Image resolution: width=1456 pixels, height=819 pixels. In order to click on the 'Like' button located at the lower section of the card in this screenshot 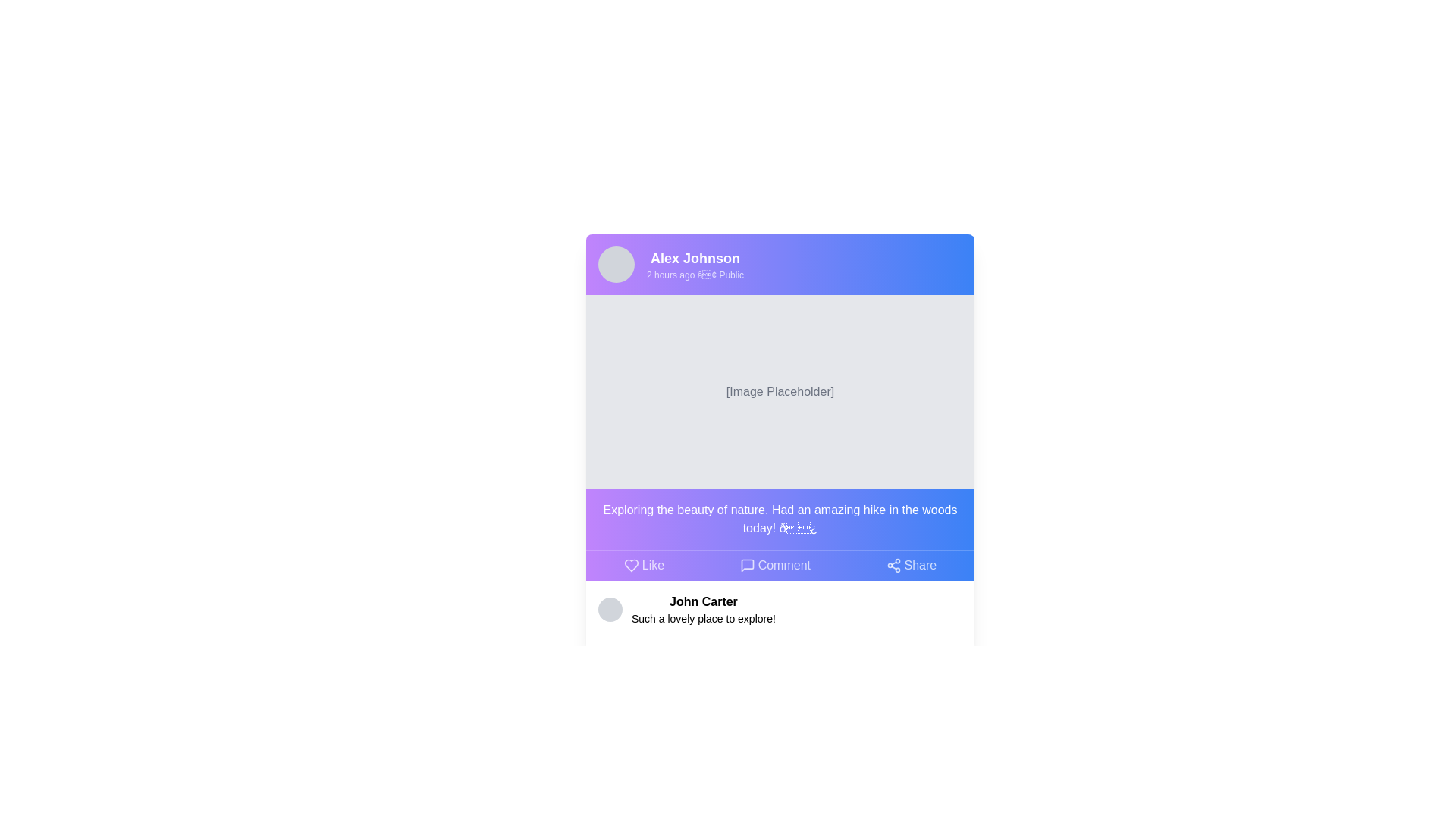, I will do `click(644, 565)`.